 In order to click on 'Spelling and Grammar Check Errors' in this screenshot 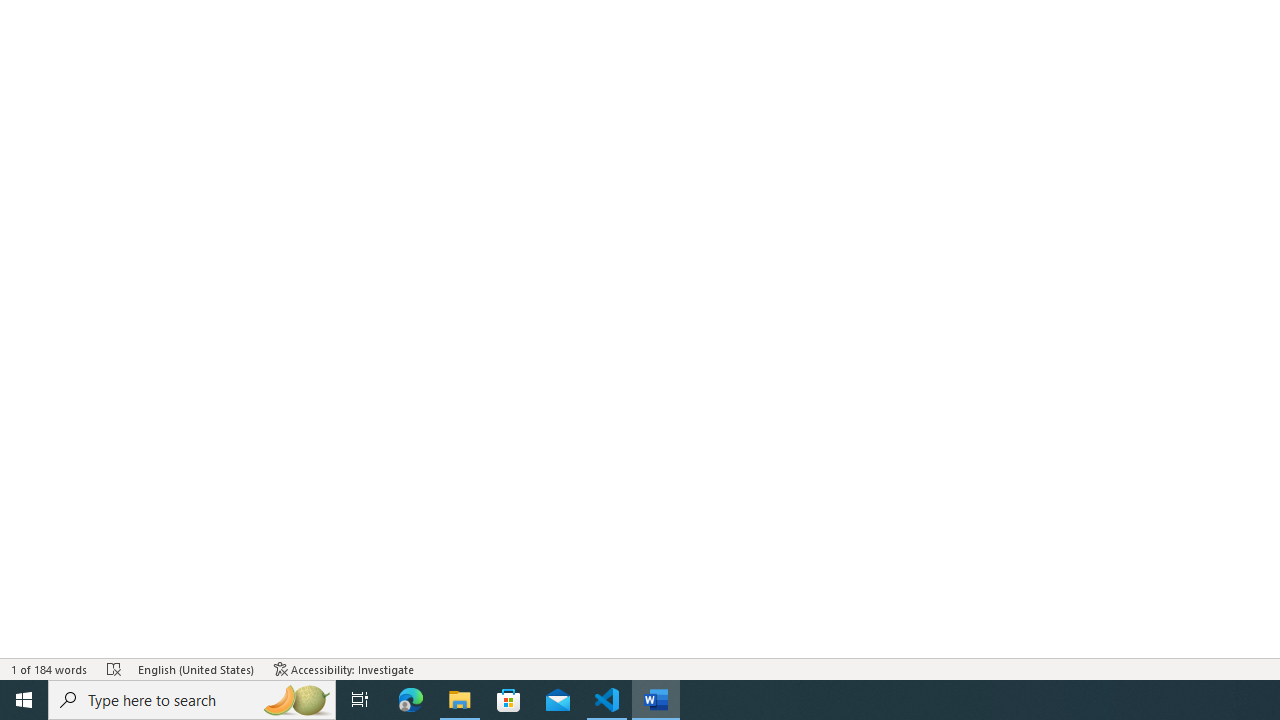, I will do `click(113, 669)`.